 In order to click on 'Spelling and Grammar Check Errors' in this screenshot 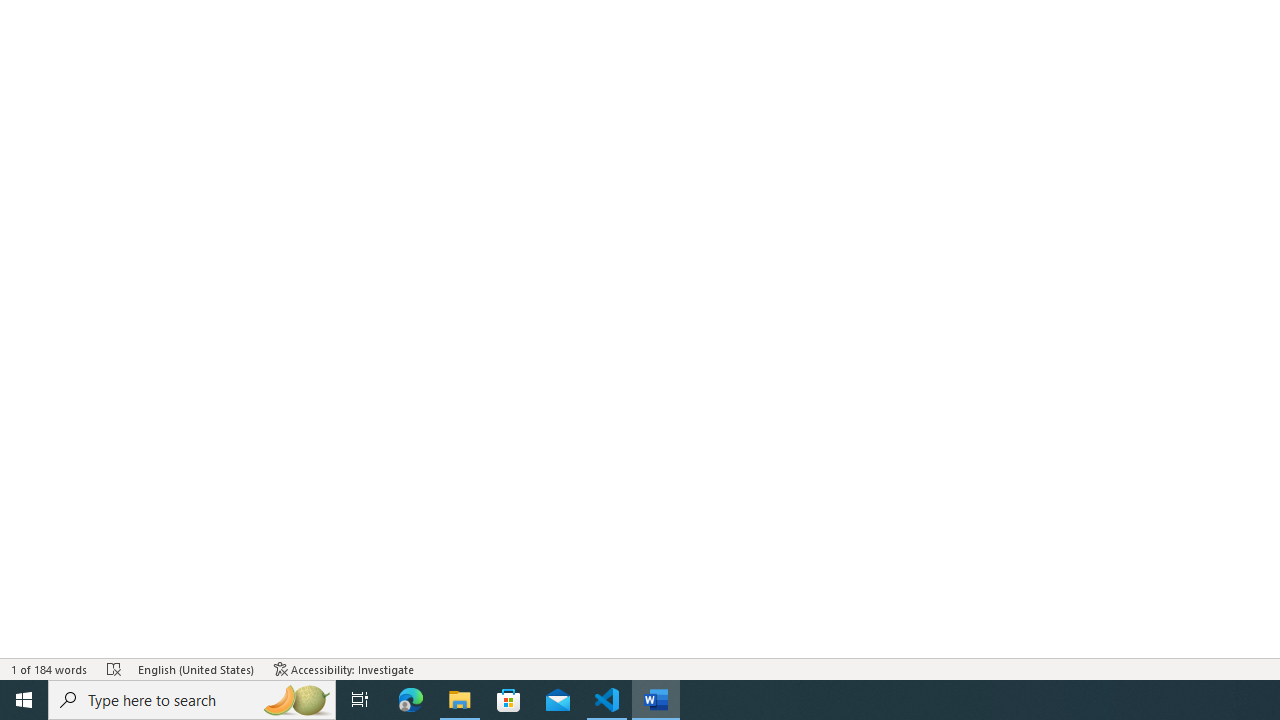, I will do `click(113, 669)`.